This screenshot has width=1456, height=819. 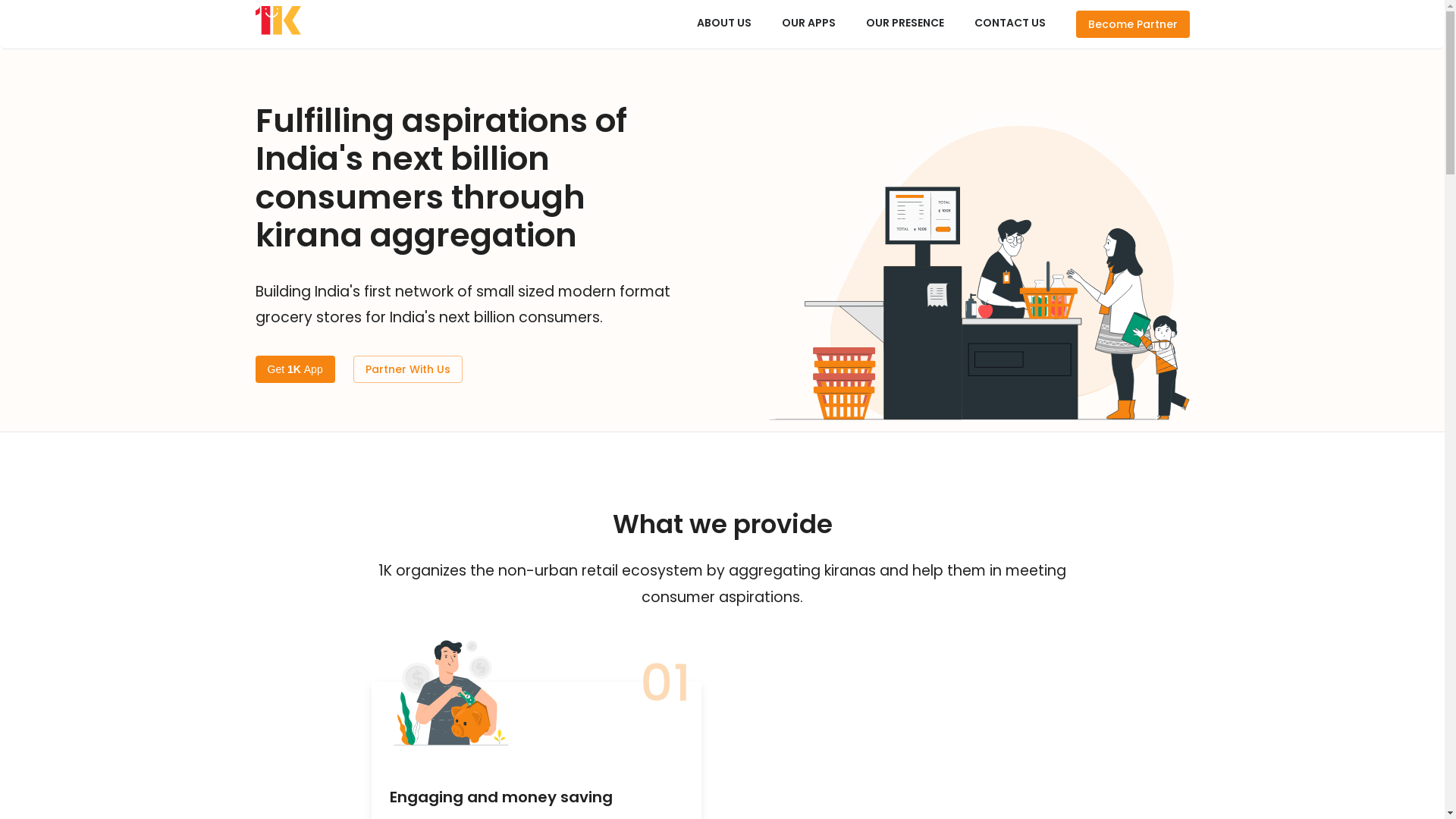 I want to click on 'Get 1K App', so click(x=294, y=369).